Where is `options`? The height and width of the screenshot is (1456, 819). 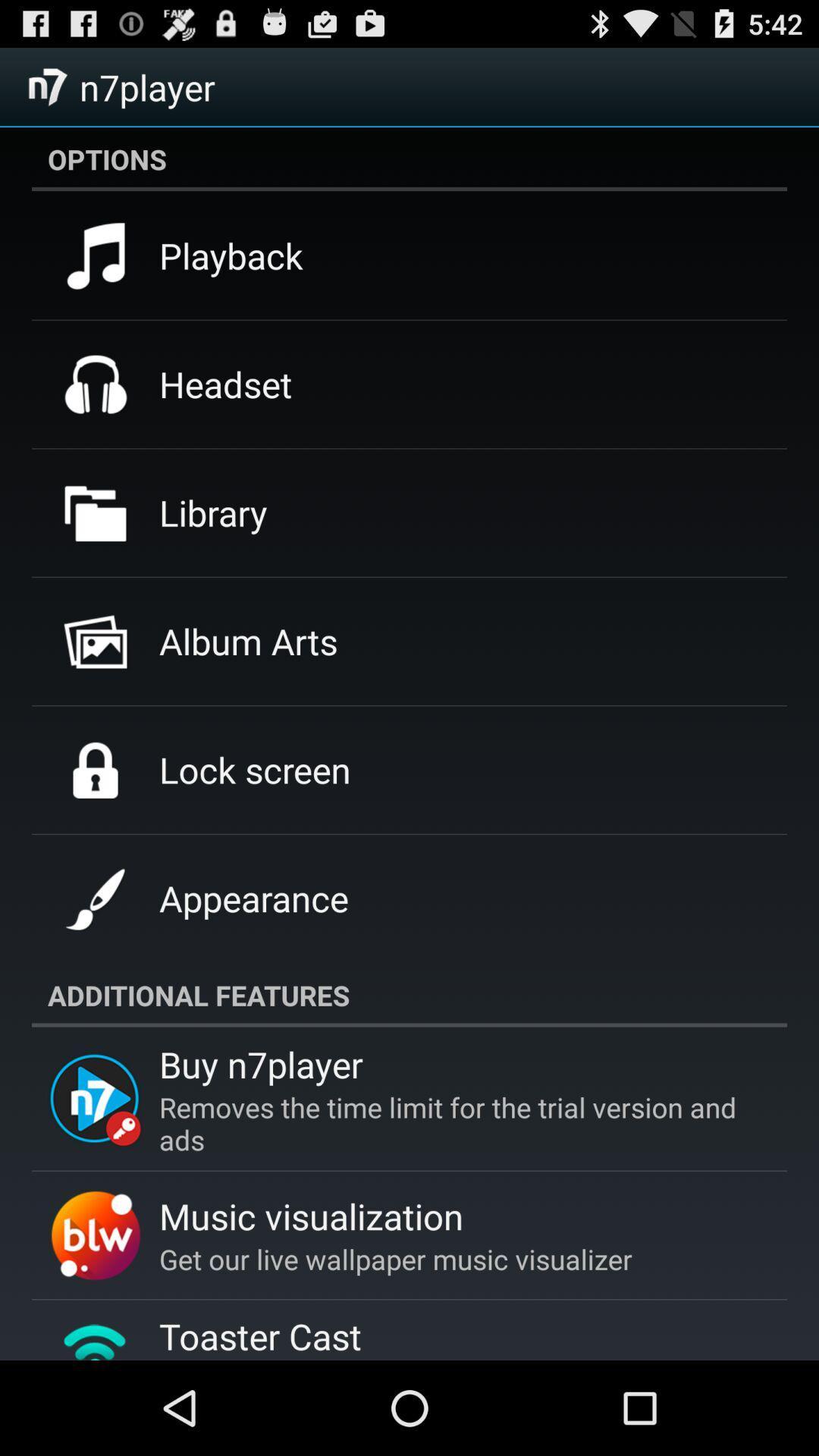 options is located at coordinates (409, 159).